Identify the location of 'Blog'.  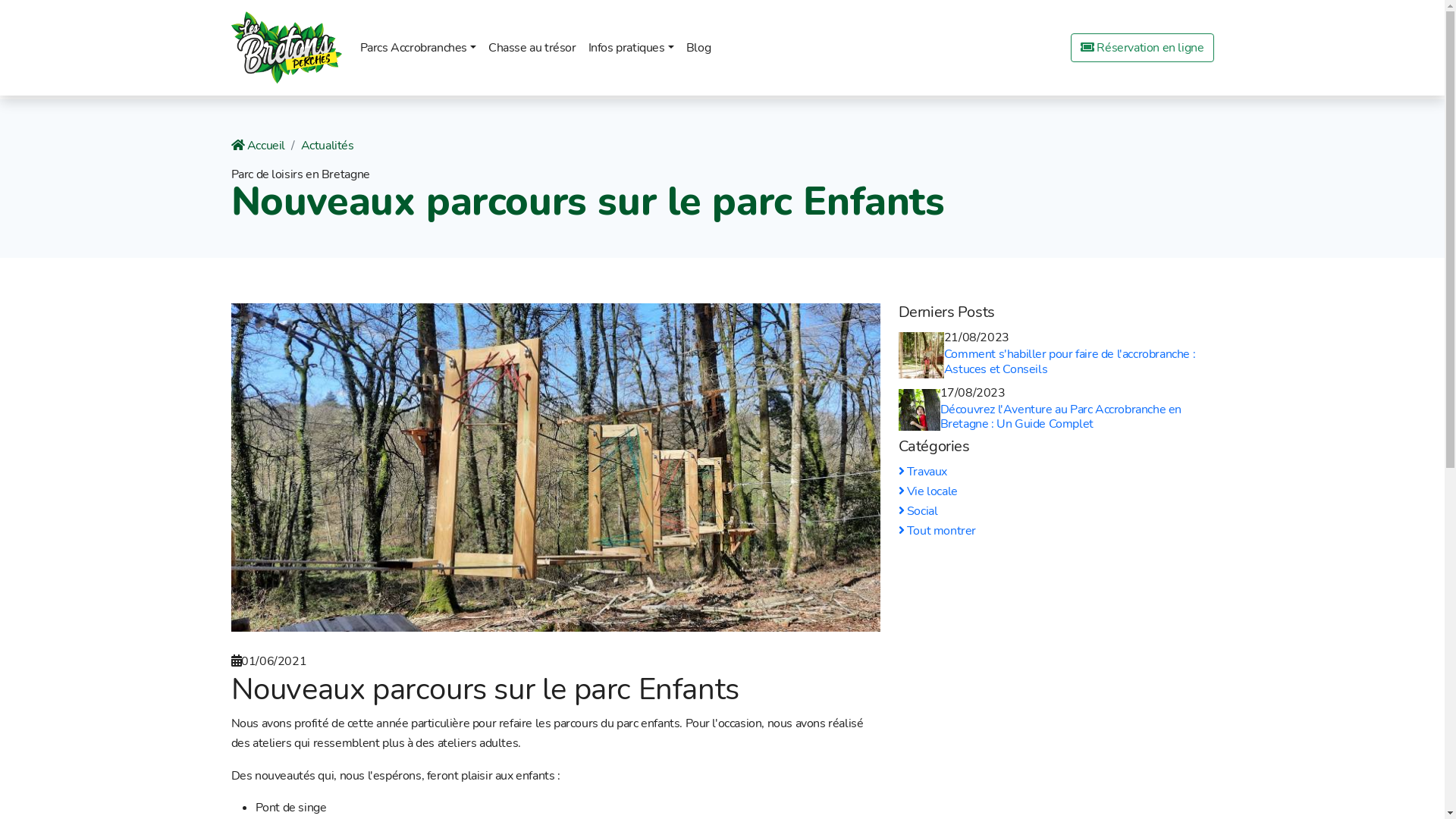
(698, 46).